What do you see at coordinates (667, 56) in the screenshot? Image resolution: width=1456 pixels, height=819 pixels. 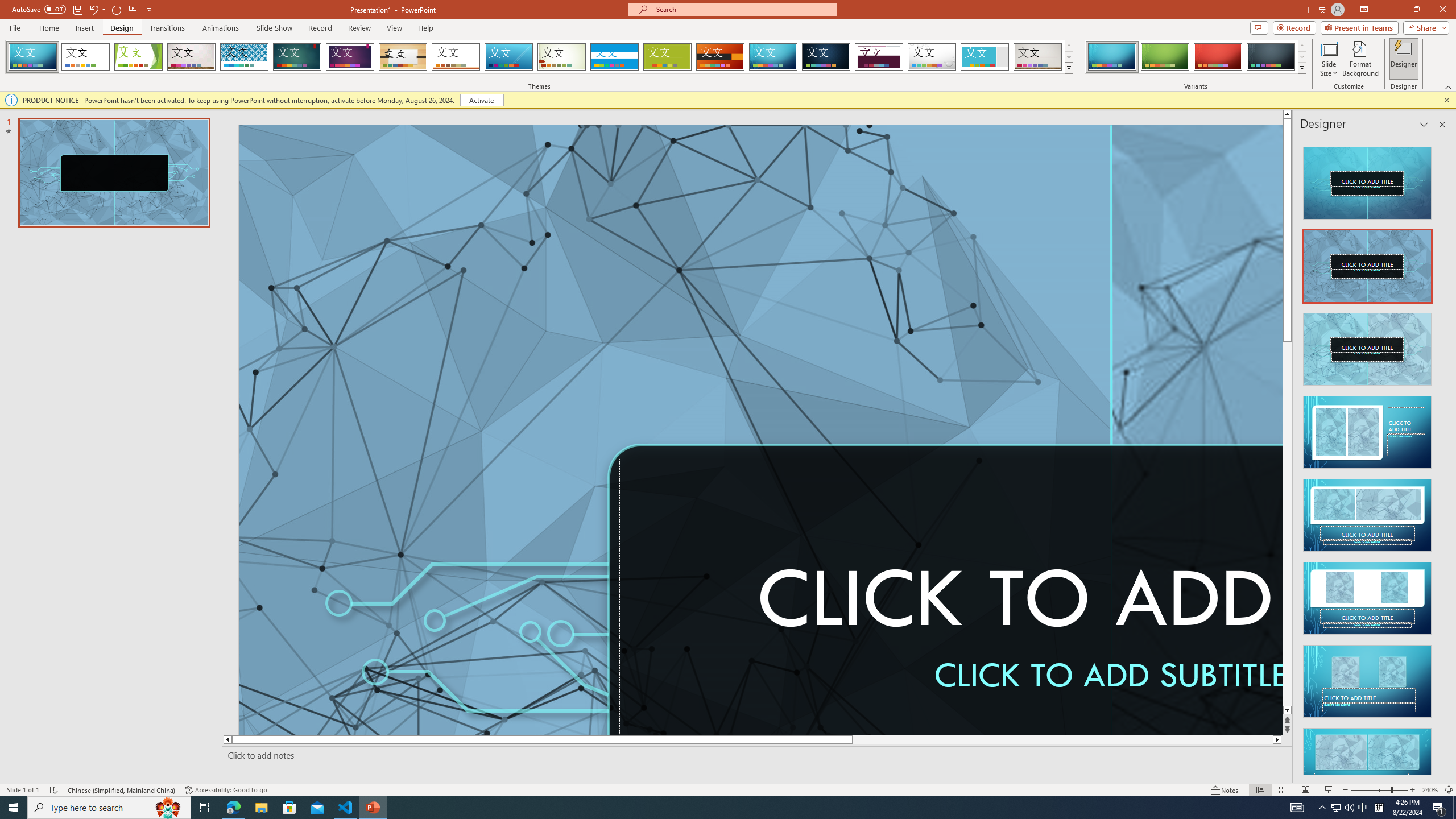 I see `'Basis'` at bounding box center [667, 56].